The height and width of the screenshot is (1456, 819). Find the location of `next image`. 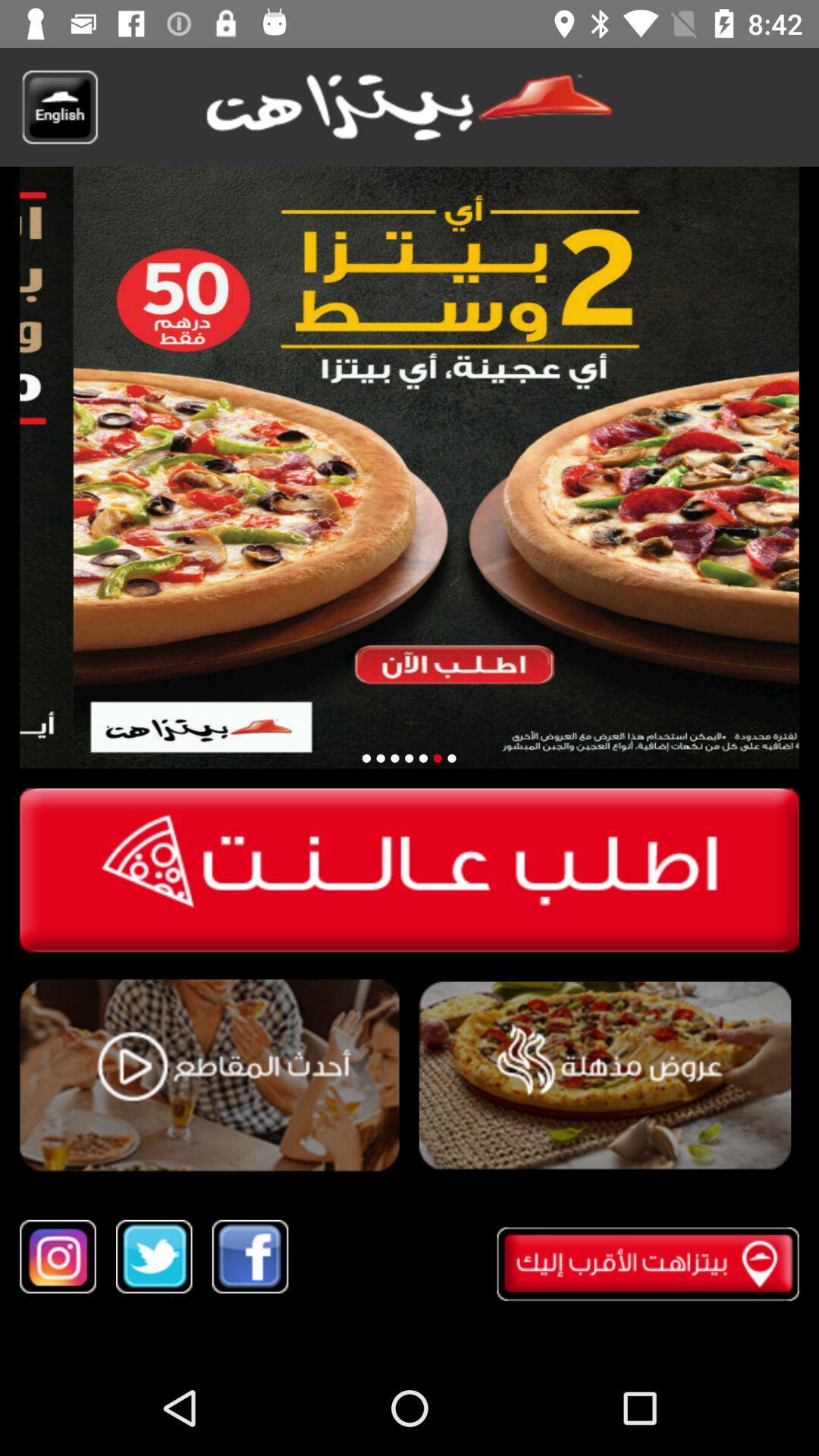

next image is located at coordinates (438, 758).